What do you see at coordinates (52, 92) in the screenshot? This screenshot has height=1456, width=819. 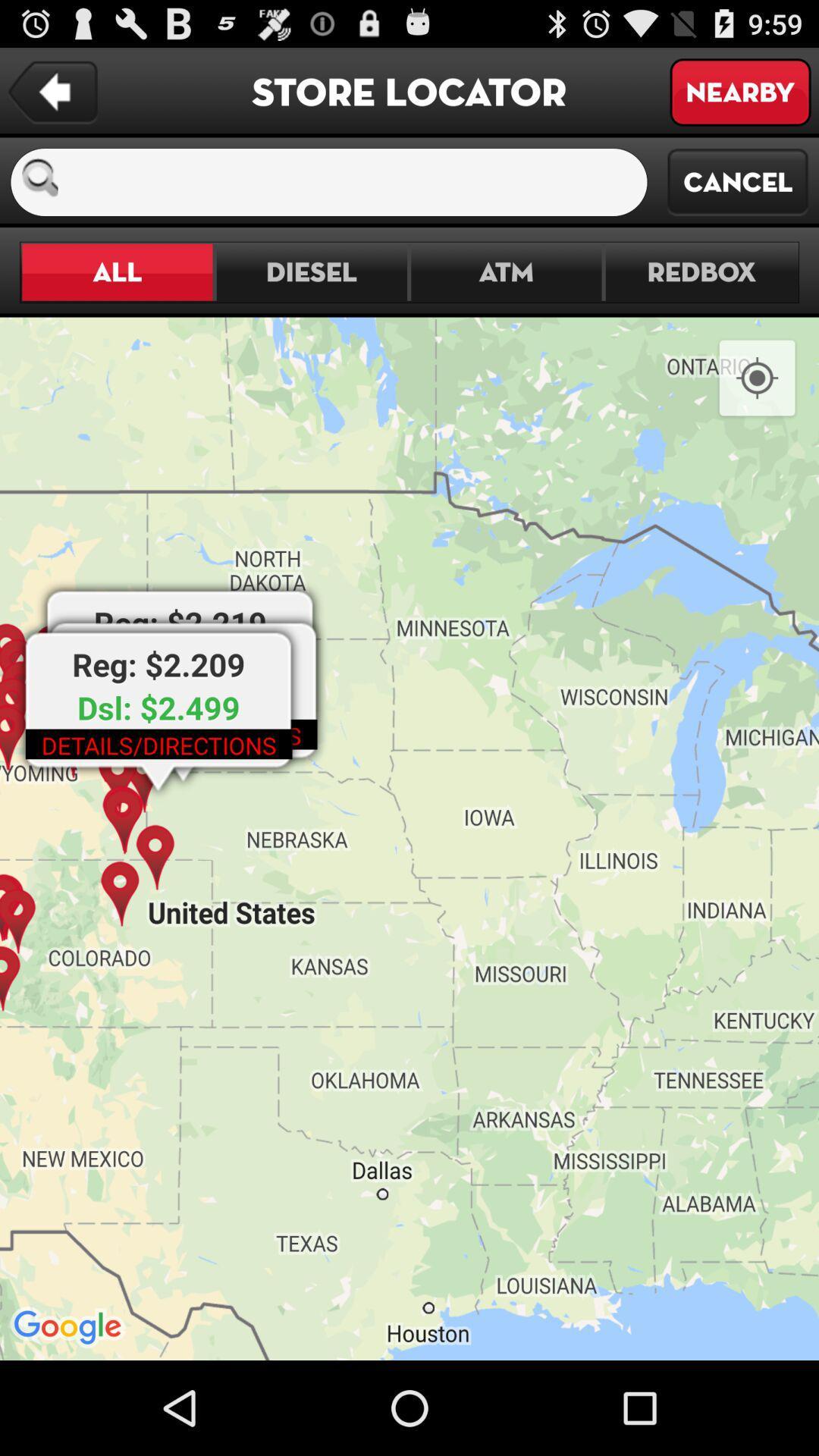 I see `go back` at bounding box center [52, 92].